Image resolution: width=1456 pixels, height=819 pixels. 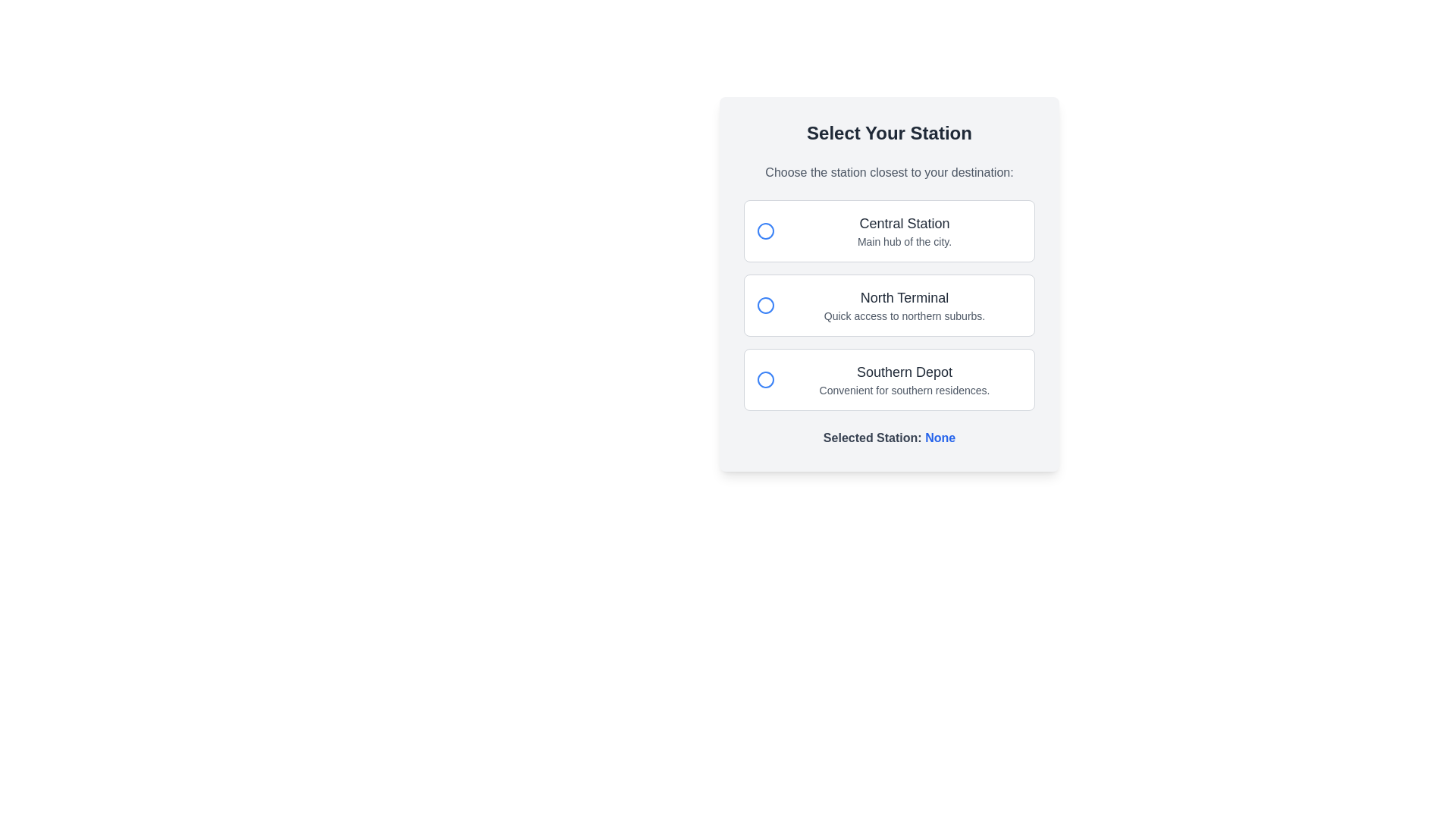 What do you see at coordinates (765, 379) in the screenshot?
I see `the circular radio button for 'Southern Depot'` at bounding box center [765, 379].